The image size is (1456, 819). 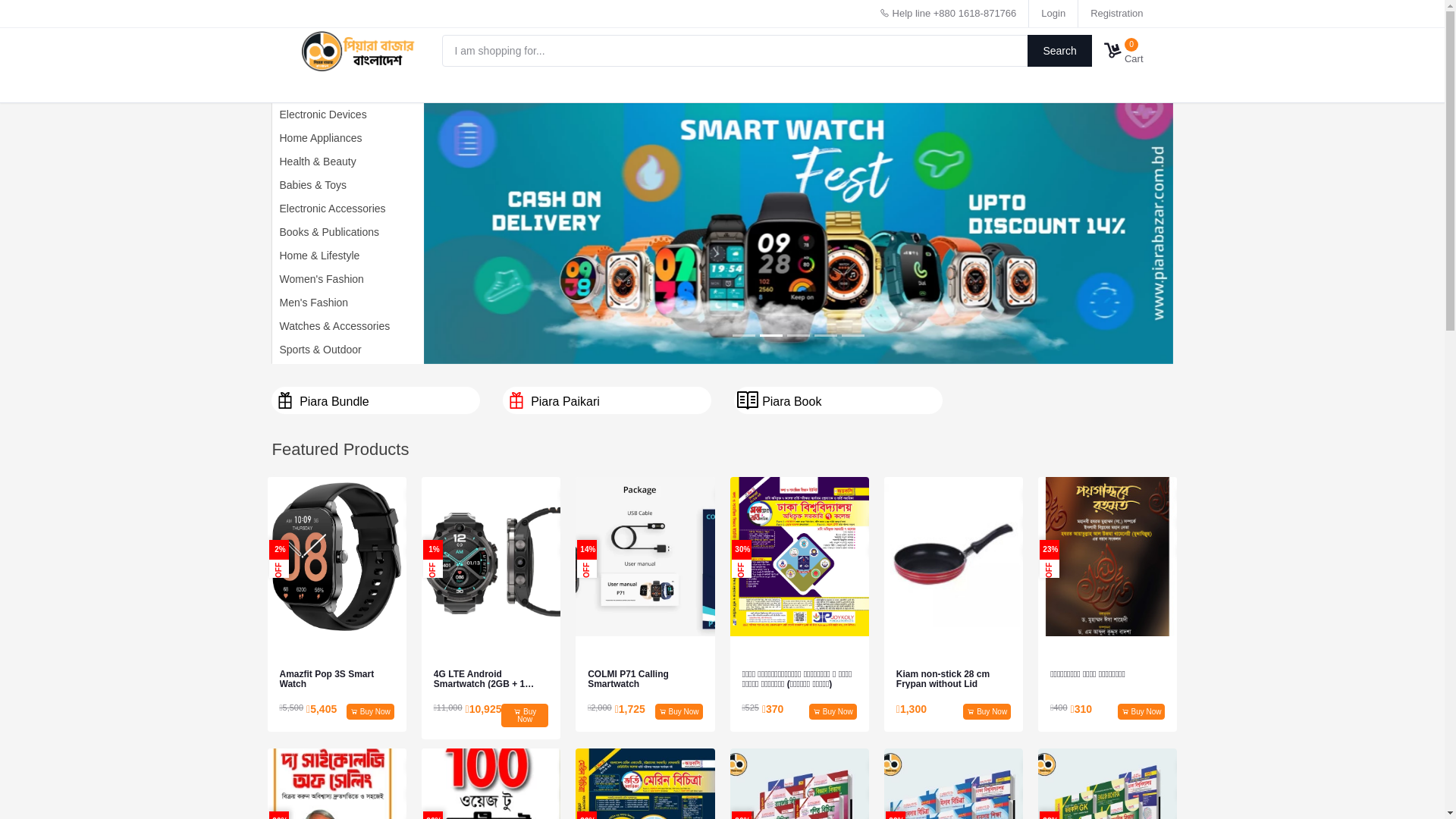 I want to click on 'Books & Publications', so click(x=324, y=231).